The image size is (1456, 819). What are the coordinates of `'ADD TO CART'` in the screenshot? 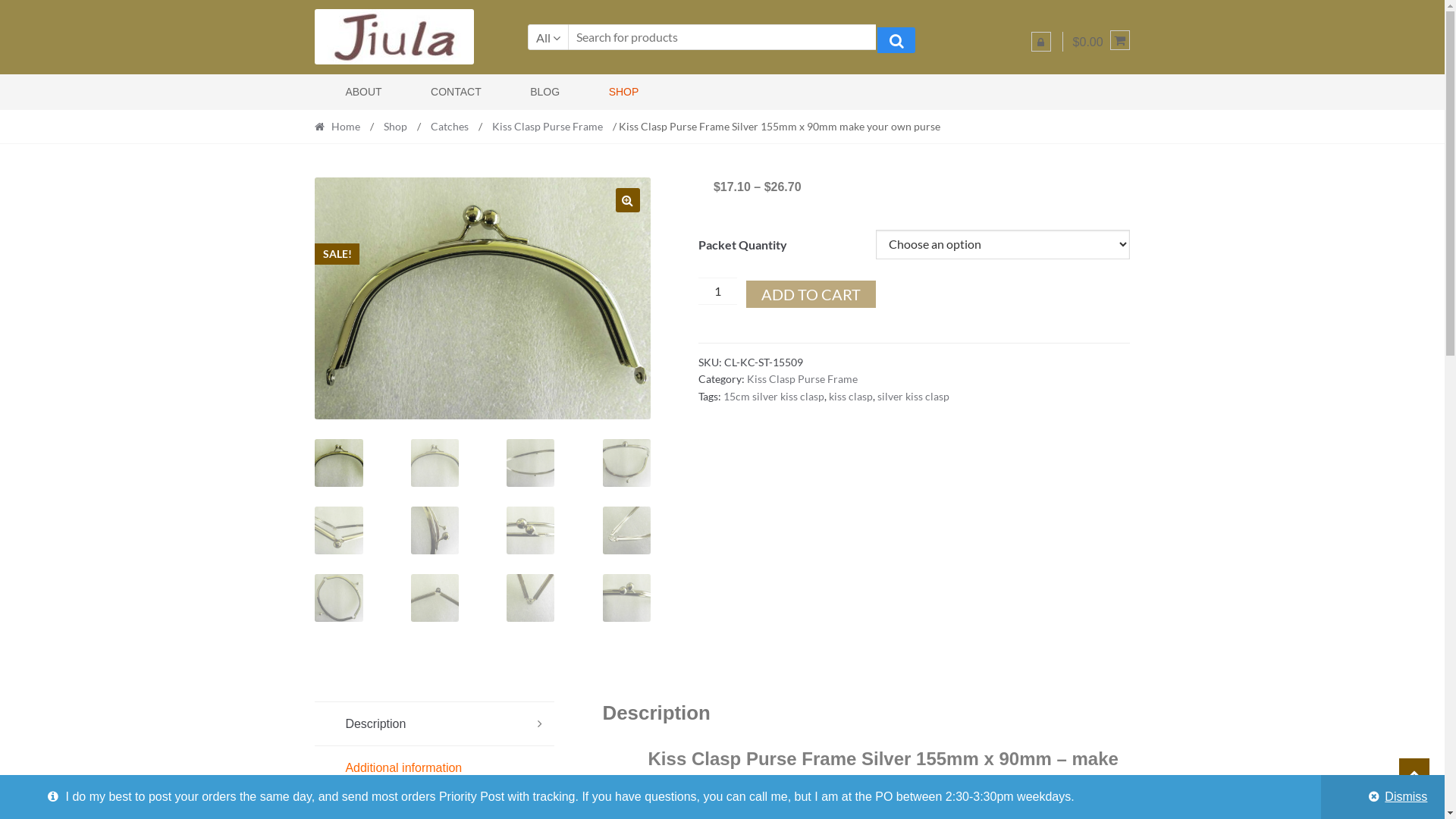 It's located at (810, 294).